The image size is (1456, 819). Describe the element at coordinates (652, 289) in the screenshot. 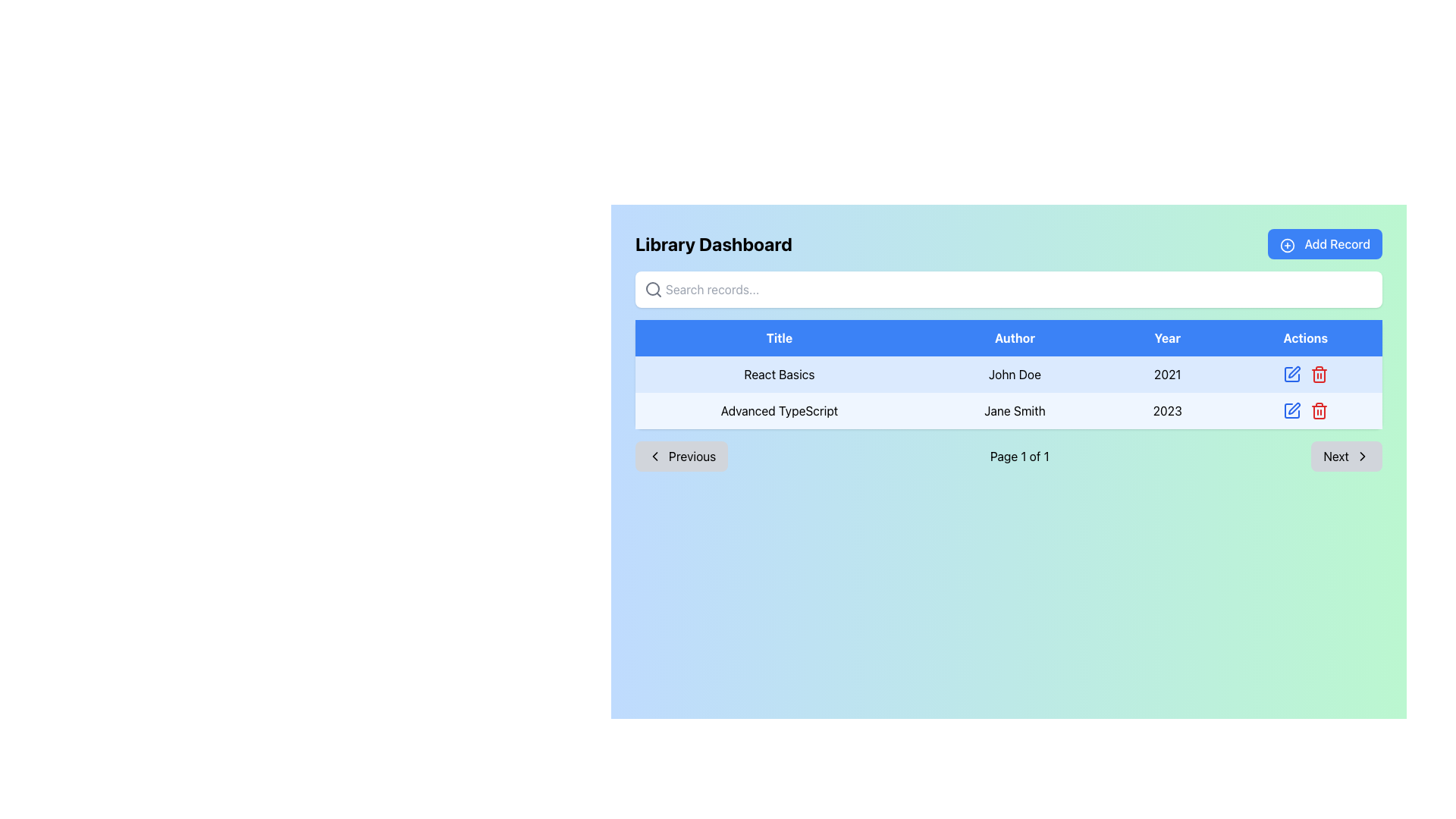

I see `the graphical circle that is part of the search icon, which symbolizes the lens section of the magnifying glass, located at the top-left of the user interface` at that location.